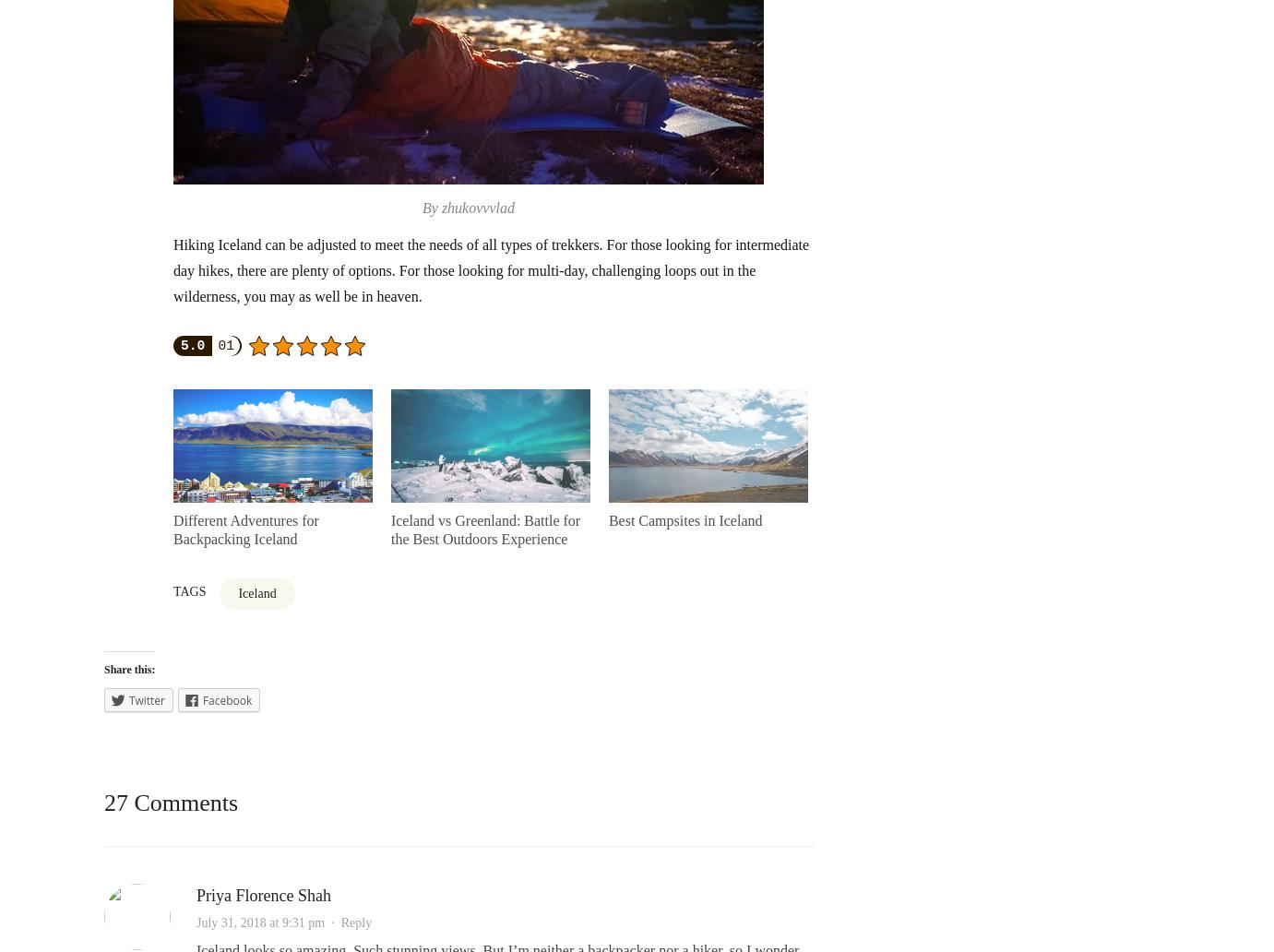 The width and height of the screenshot is (1274, 952). Describe the element at coordinates (188, 591) in the screenshot. I see `'Tags'` at that location.